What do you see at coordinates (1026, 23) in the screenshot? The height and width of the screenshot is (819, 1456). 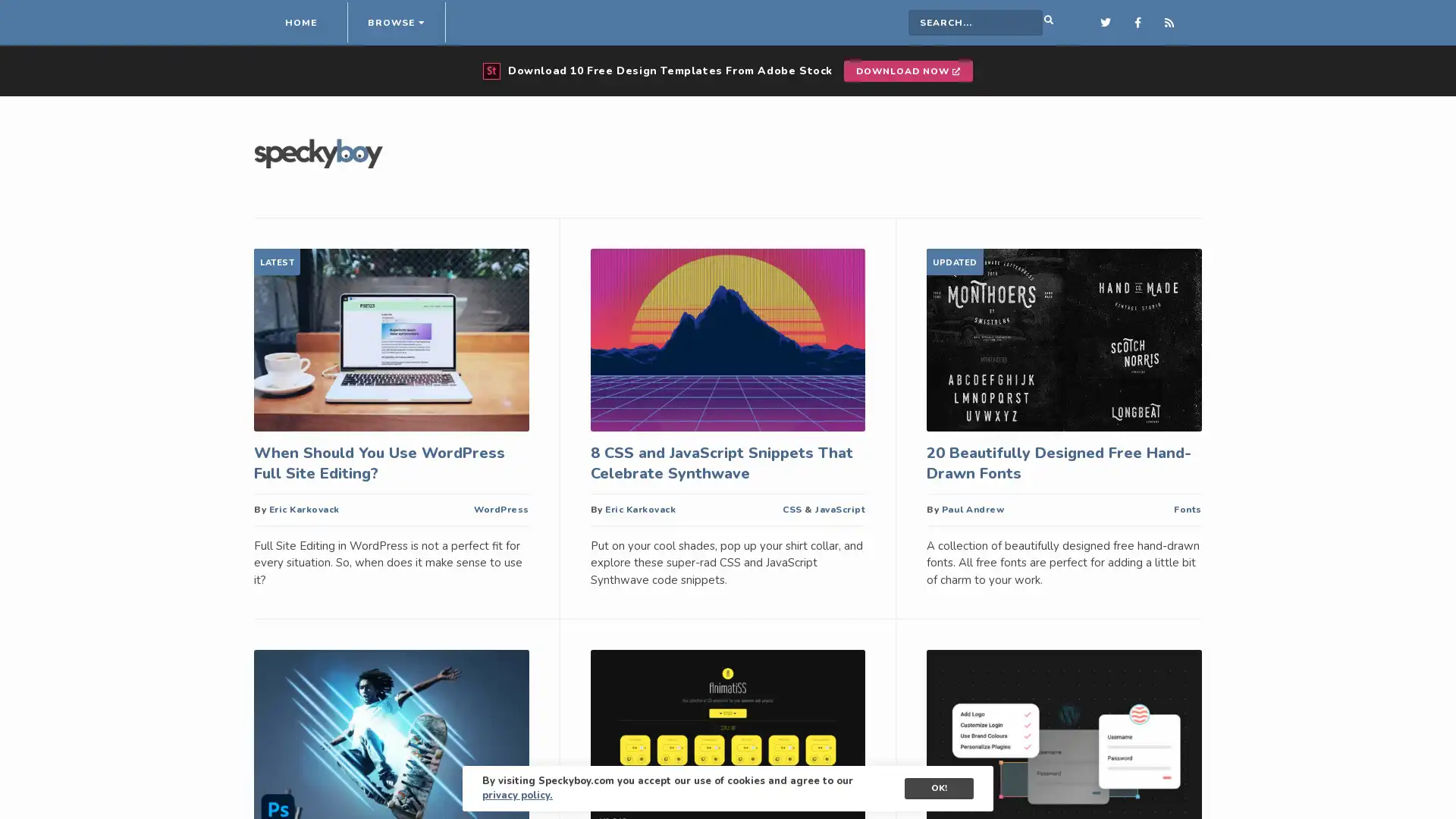 I see `Search` at bounding box center [1026, 23].